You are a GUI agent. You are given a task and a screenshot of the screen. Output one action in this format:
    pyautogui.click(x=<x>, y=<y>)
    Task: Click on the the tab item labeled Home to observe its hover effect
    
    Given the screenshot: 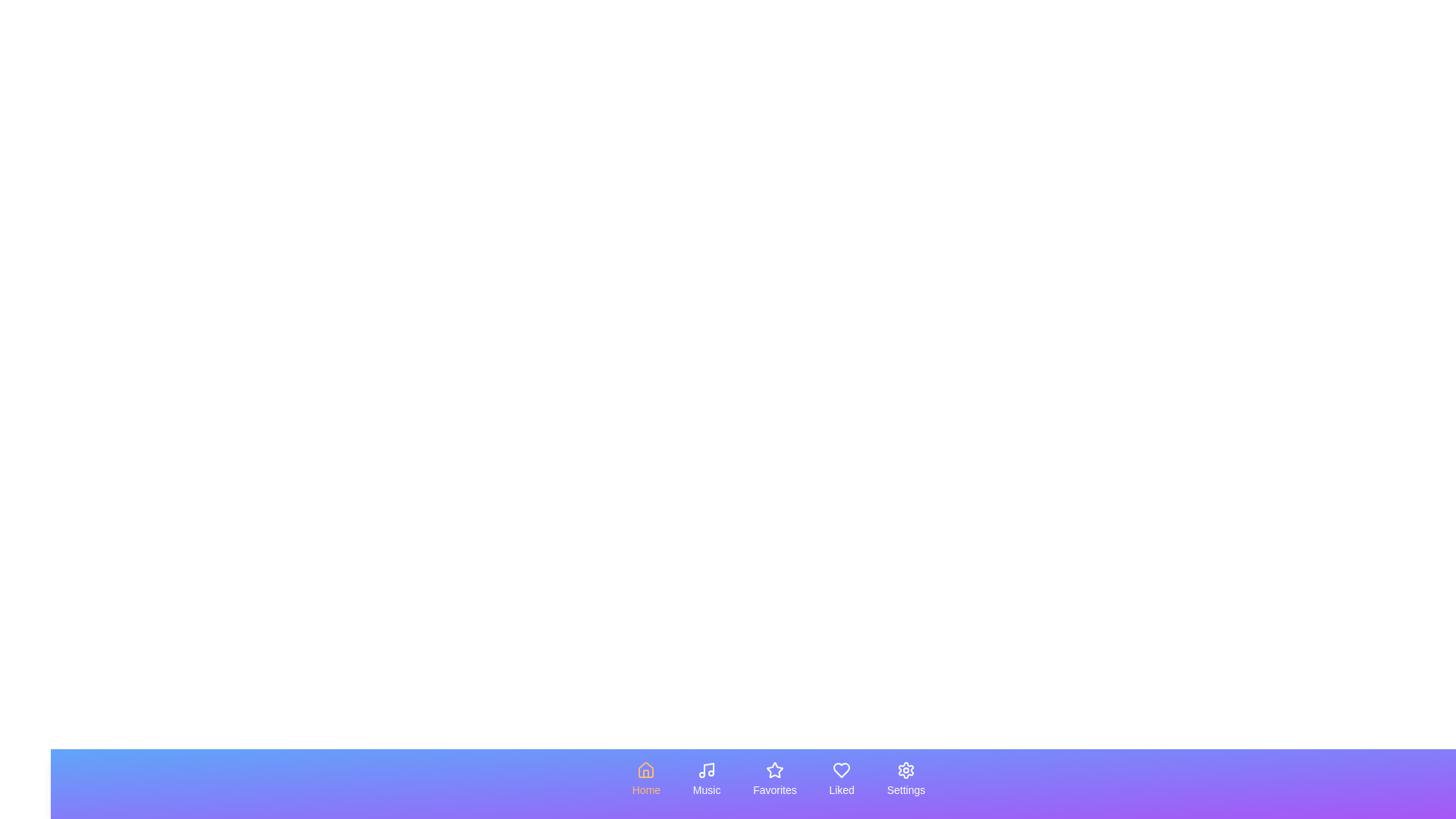 What is the action you would take?
    pyautogui.click(x=645, y=780)
    